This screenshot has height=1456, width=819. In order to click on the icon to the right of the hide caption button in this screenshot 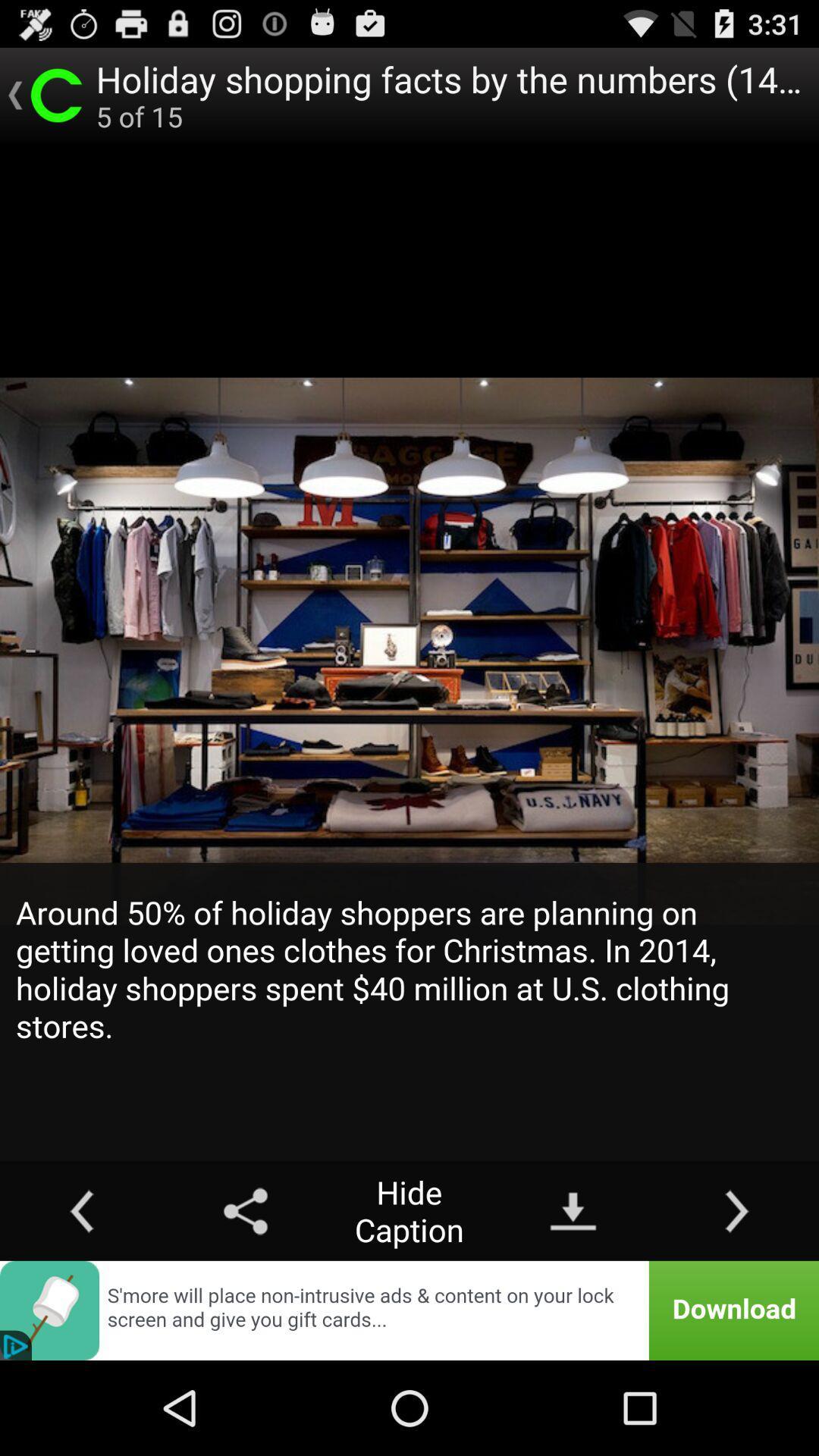, I will do `click(573, 1210)`.